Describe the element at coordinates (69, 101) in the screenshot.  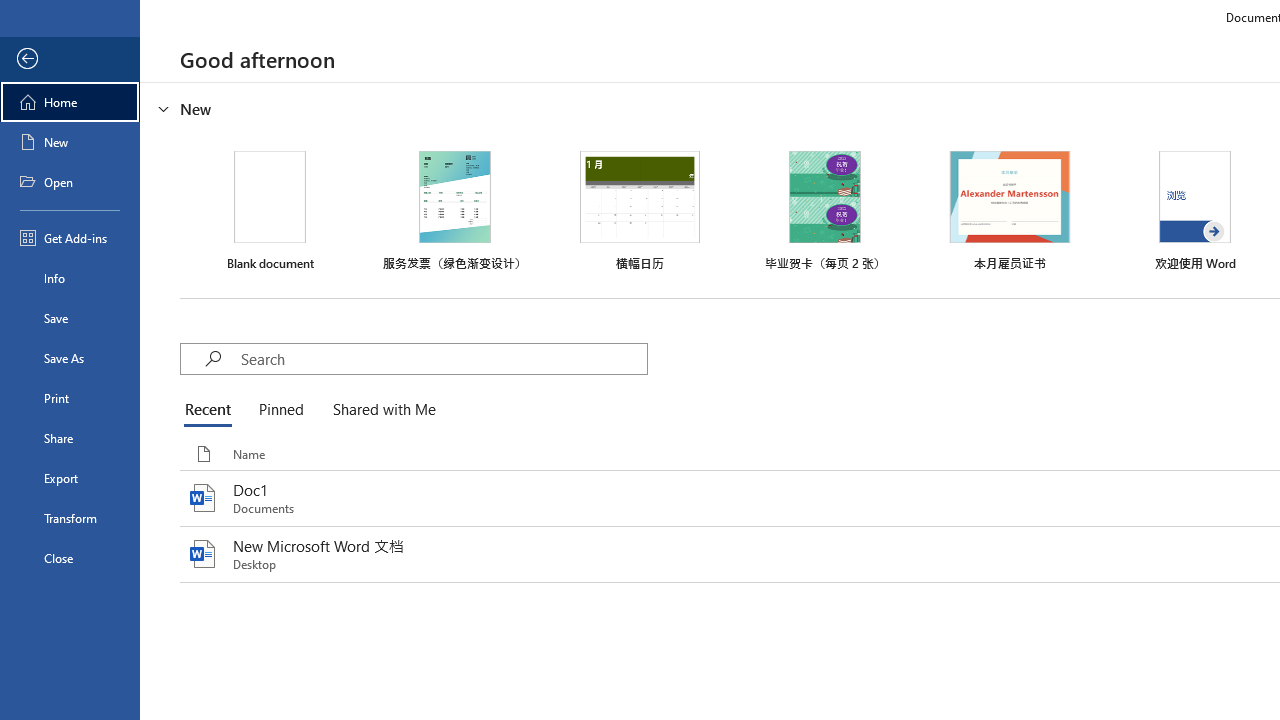
I see `'Home'` at that location.